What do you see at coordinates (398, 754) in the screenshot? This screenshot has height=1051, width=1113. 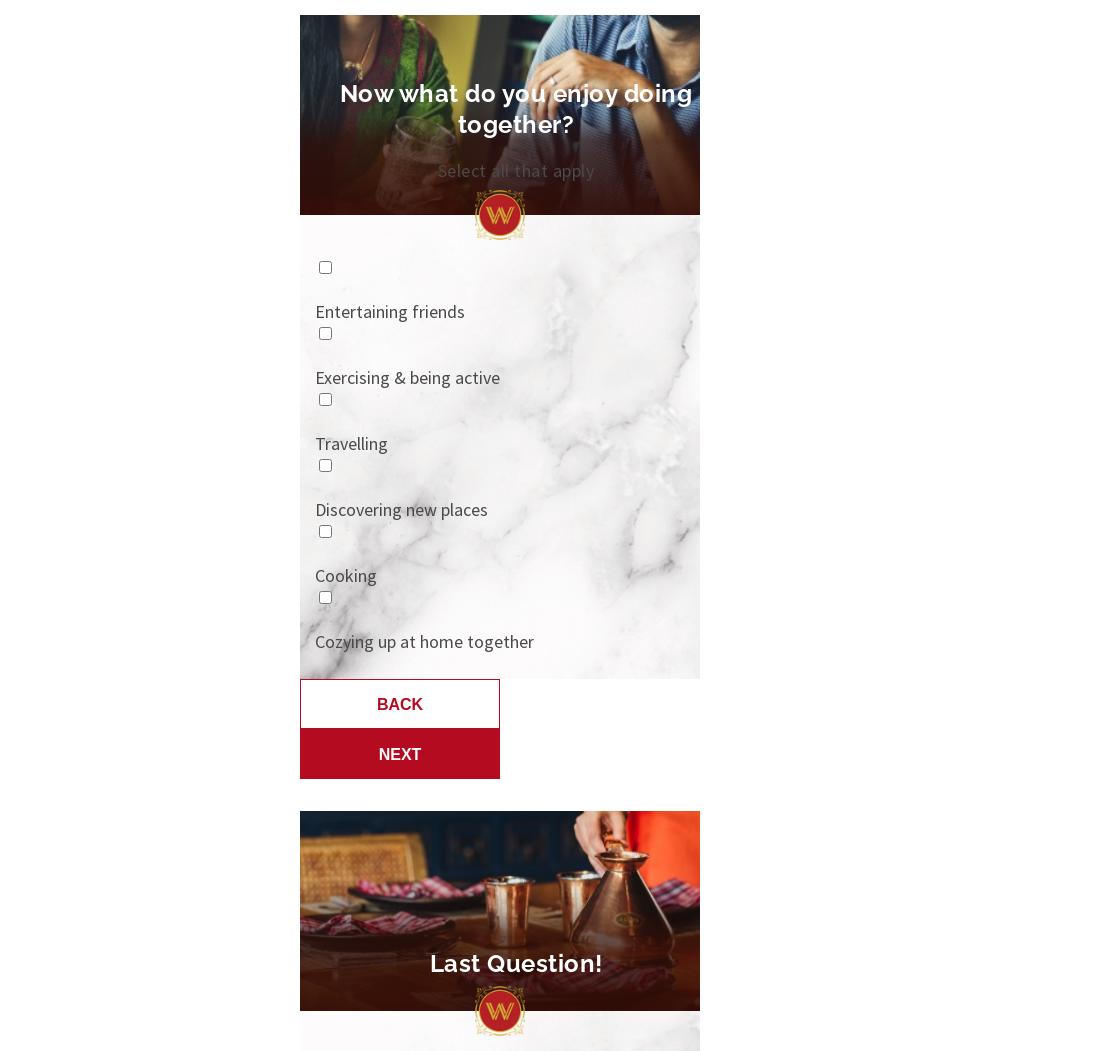 I see `'Next'` at bounding box center [398, 754].